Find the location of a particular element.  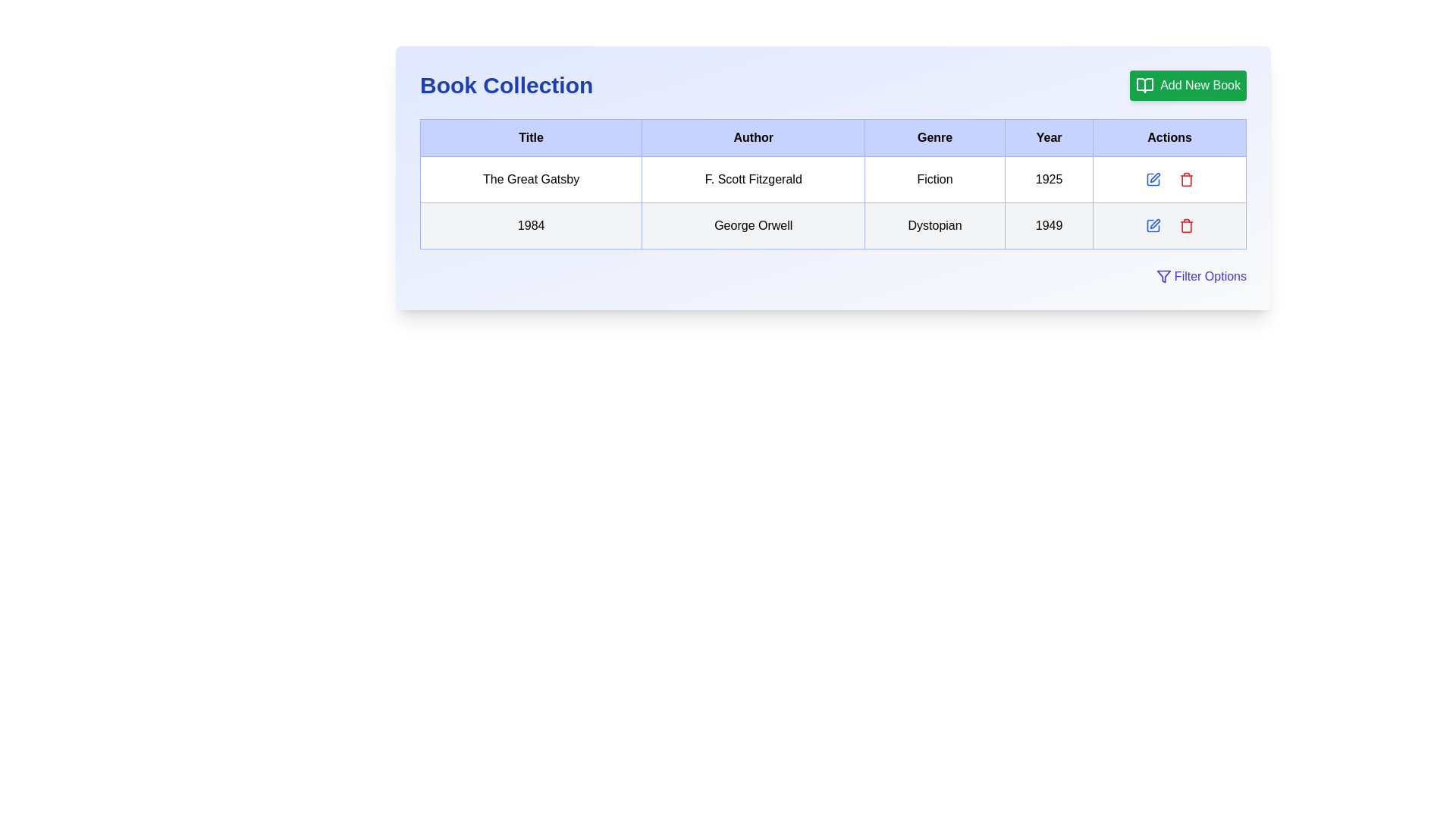

the 'Author' column header in the table, which is positioned between the 'Title' and 'Genre' column headers is located at coordinates (753, 137).